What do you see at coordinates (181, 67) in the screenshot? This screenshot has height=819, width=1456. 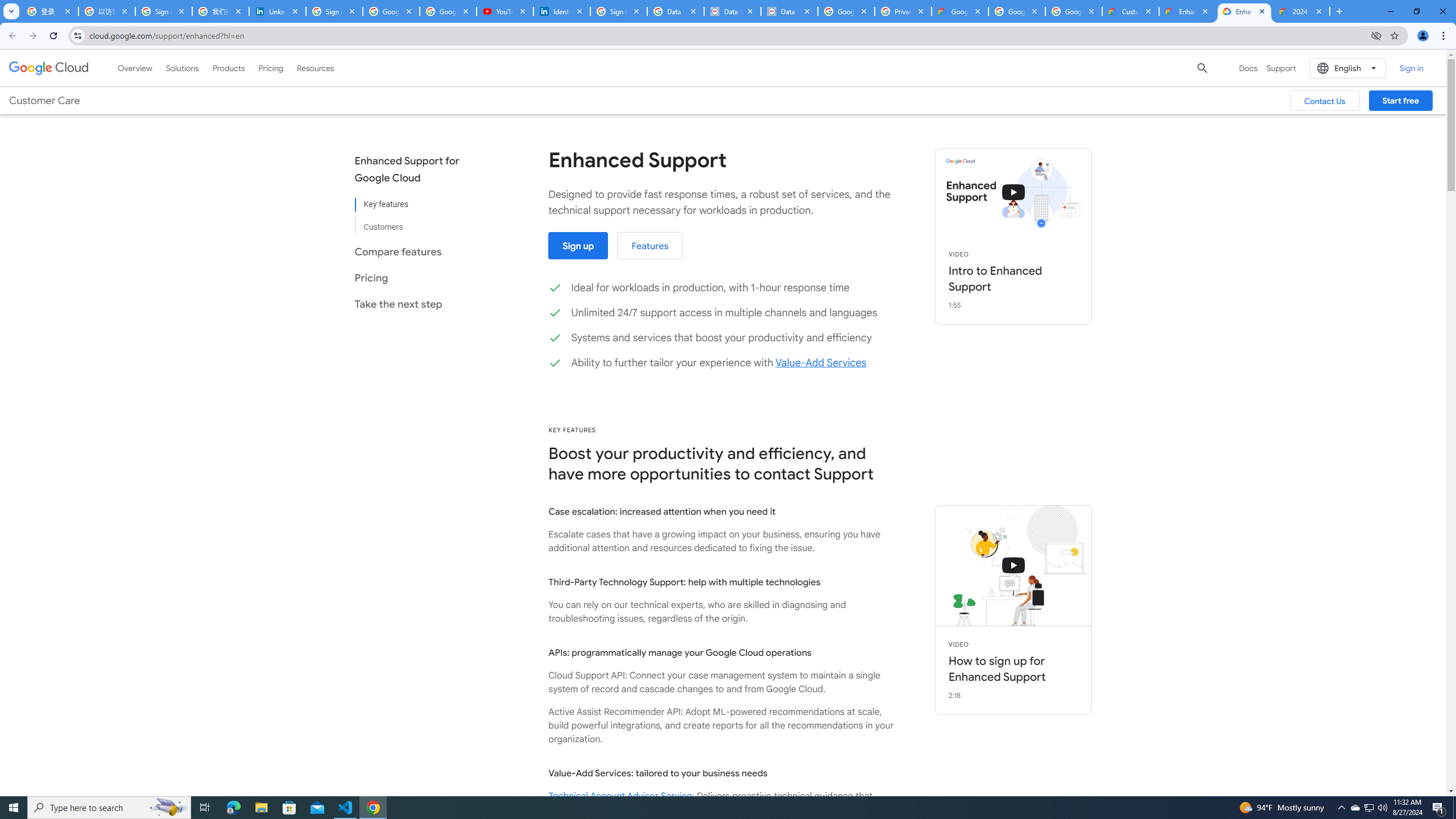 I see `'Solutions'` at bounding box center [181, 67].